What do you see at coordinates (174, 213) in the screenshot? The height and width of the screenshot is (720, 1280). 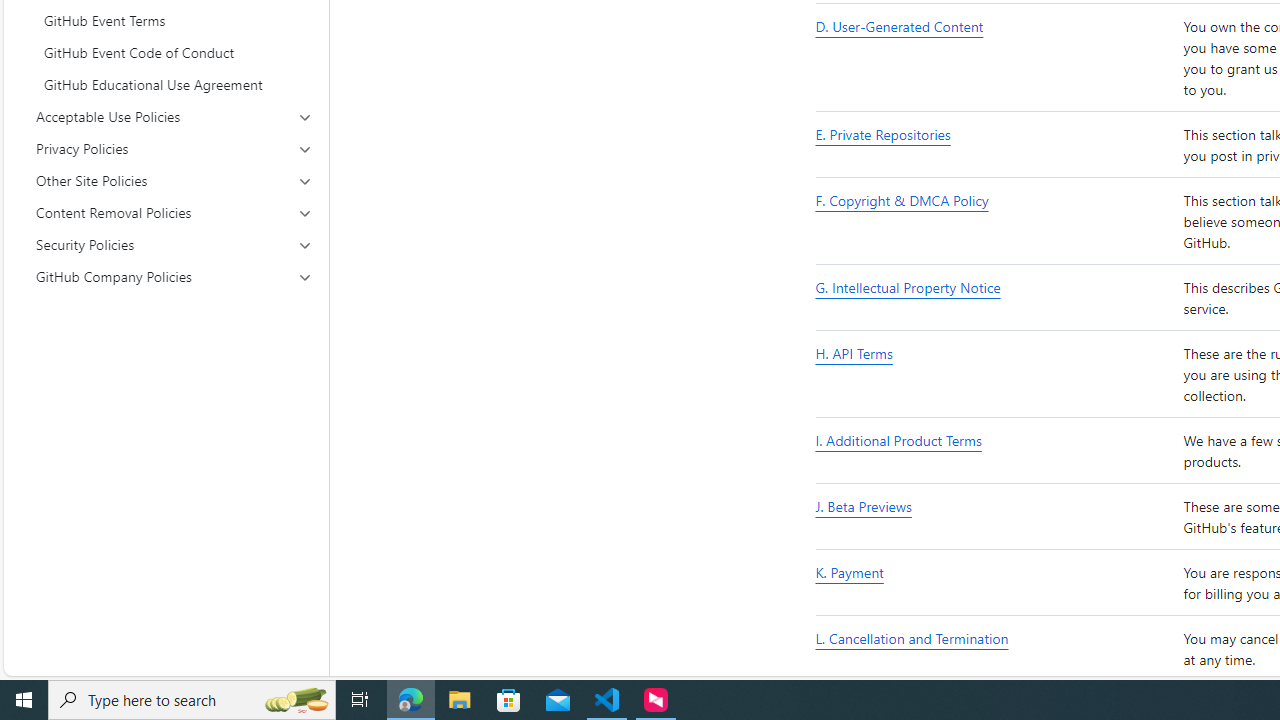 I see `'Content Removal Policies'` at bounding box center [174, 213].